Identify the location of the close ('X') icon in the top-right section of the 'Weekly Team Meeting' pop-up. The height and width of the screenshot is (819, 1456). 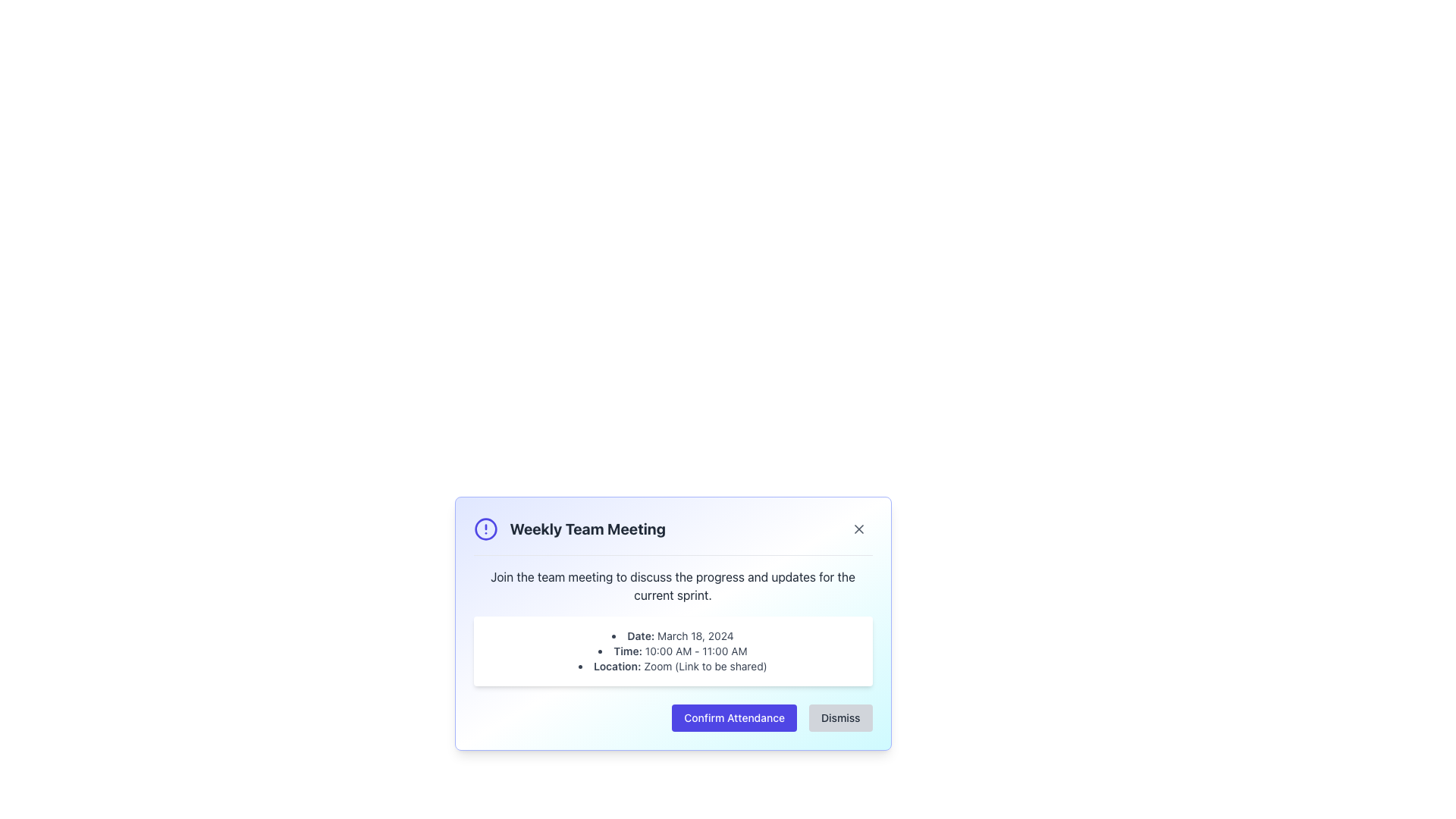
(858, 529).